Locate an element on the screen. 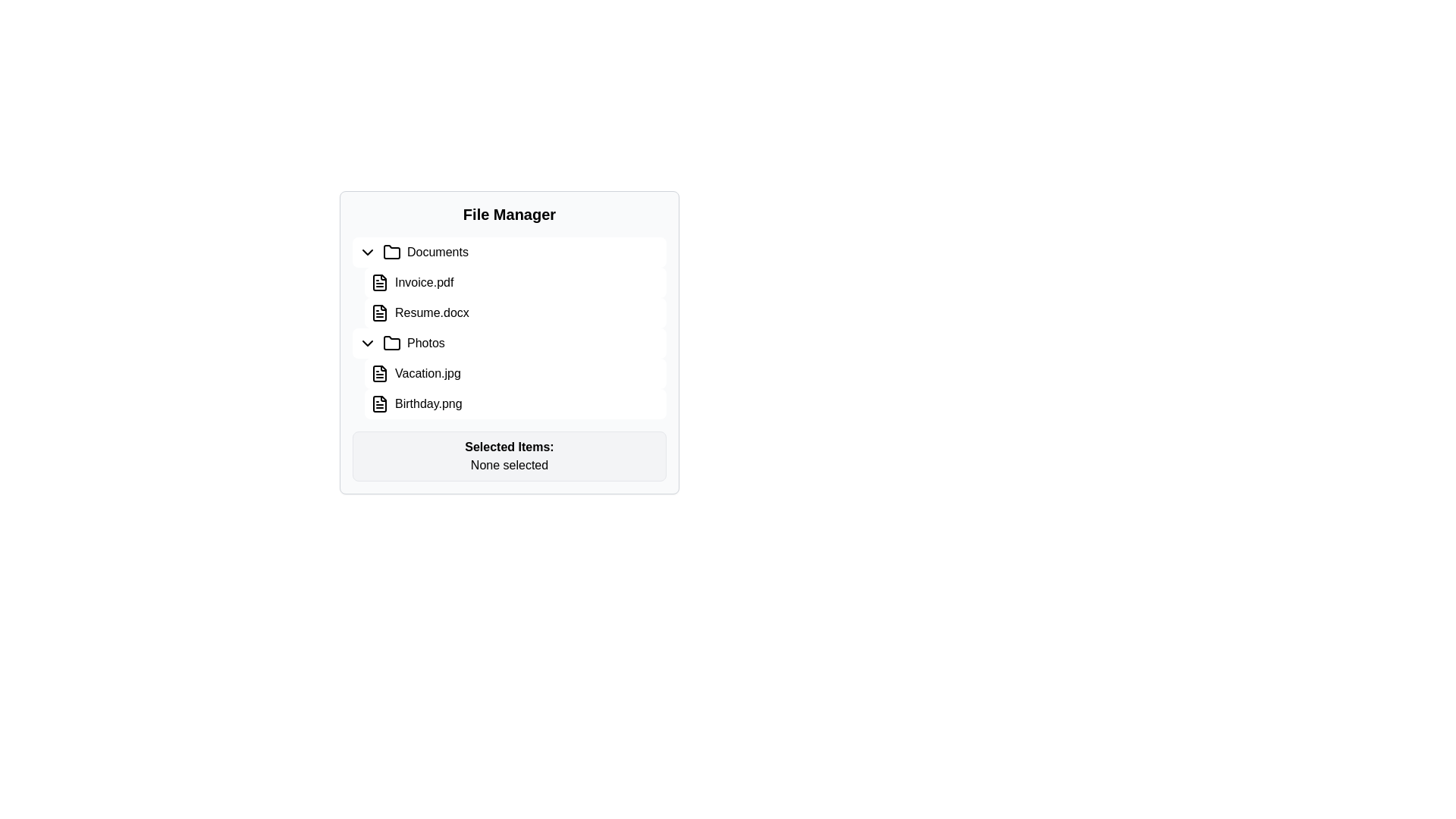 Image resolution: width=1456 pixels, height=819 pixels. the selectable list item labeled 'Birthday.png' located under the 'Photos' folder is located at coordinates (516, 403).